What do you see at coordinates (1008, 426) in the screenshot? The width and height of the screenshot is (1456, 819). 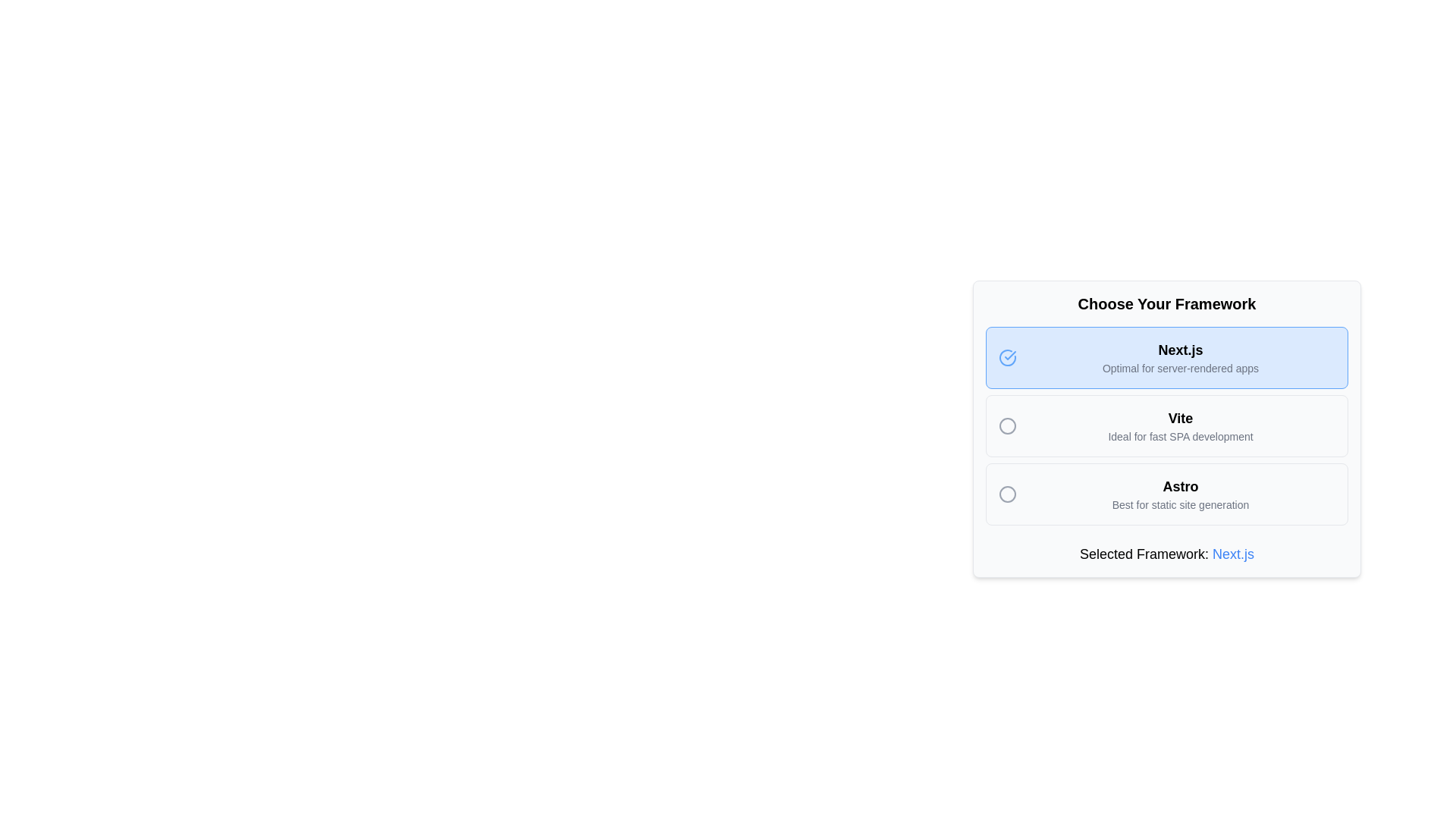 I see `the unselected radio button indicator for 'Vite' framework` at bounding box center [1008, 426].